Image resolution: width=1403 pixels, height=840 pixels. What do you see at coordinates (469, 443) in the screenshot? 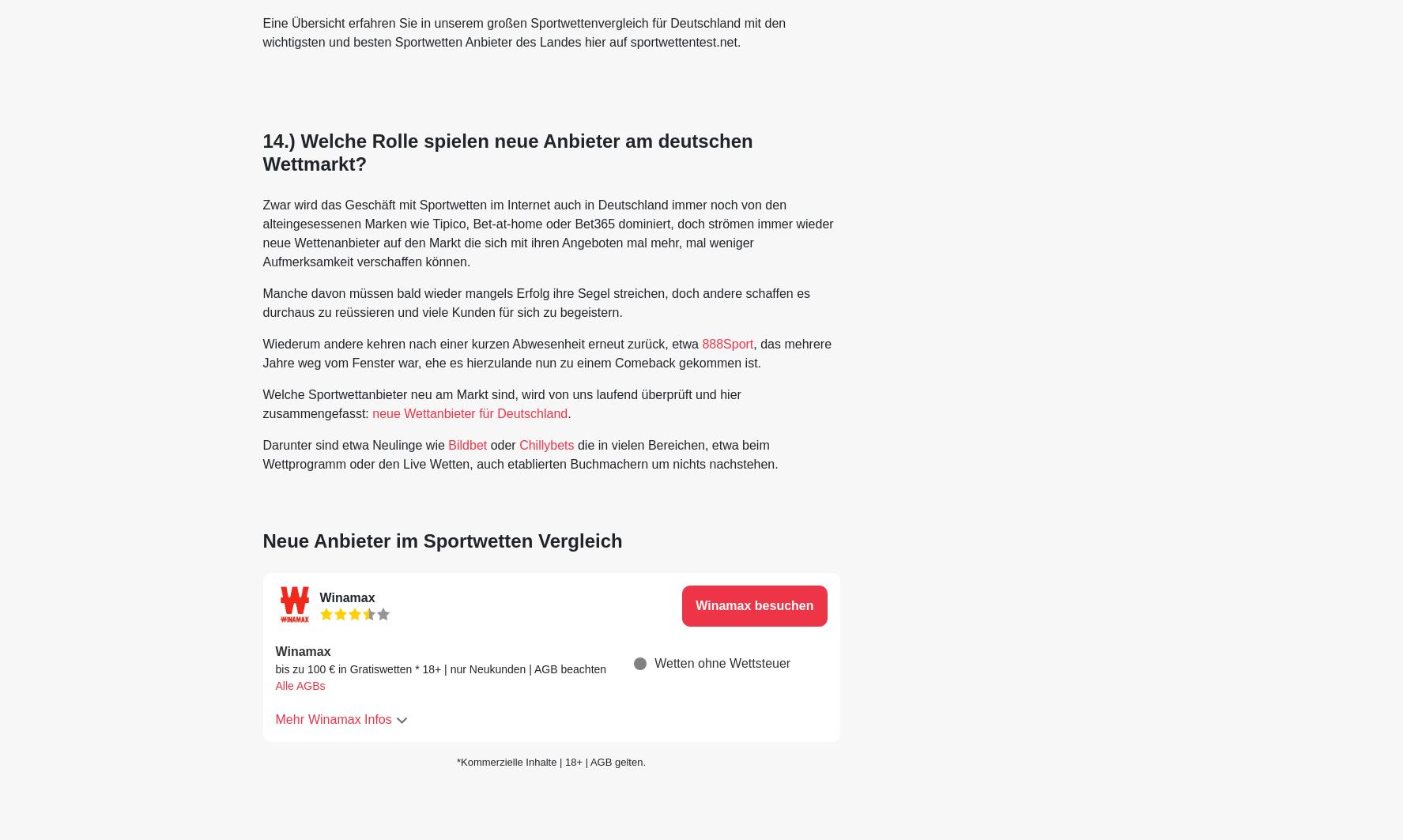
I see `'Bildbet'` at bounding box center [469, 443].